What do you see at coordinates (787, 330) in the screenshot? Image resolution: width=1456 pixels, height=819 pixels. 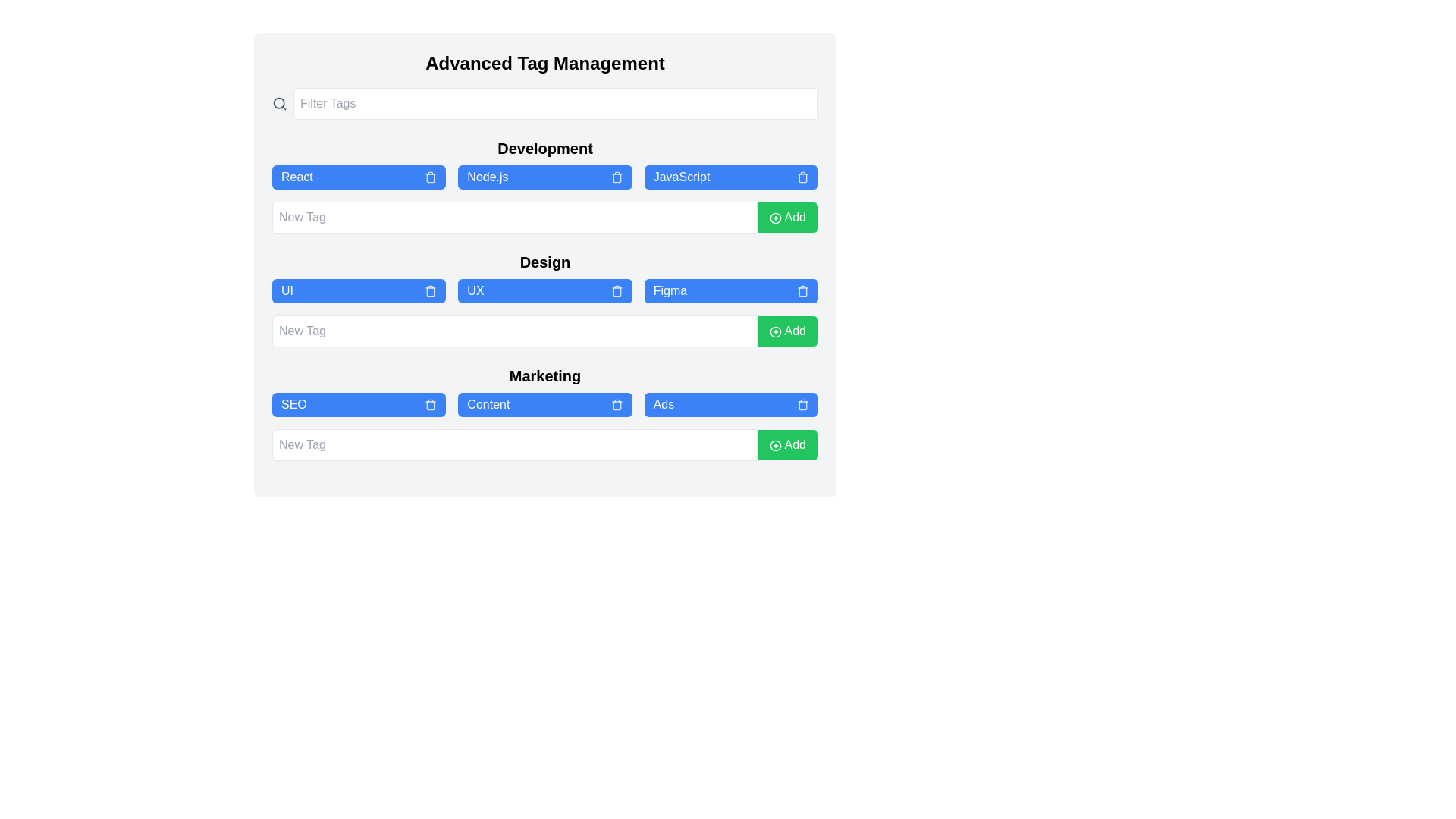 I see `the 'Add Tag' button located on the right-hand side of the 'New Tag' text input field in the 'Design' section` at bounding box center [787, 330].